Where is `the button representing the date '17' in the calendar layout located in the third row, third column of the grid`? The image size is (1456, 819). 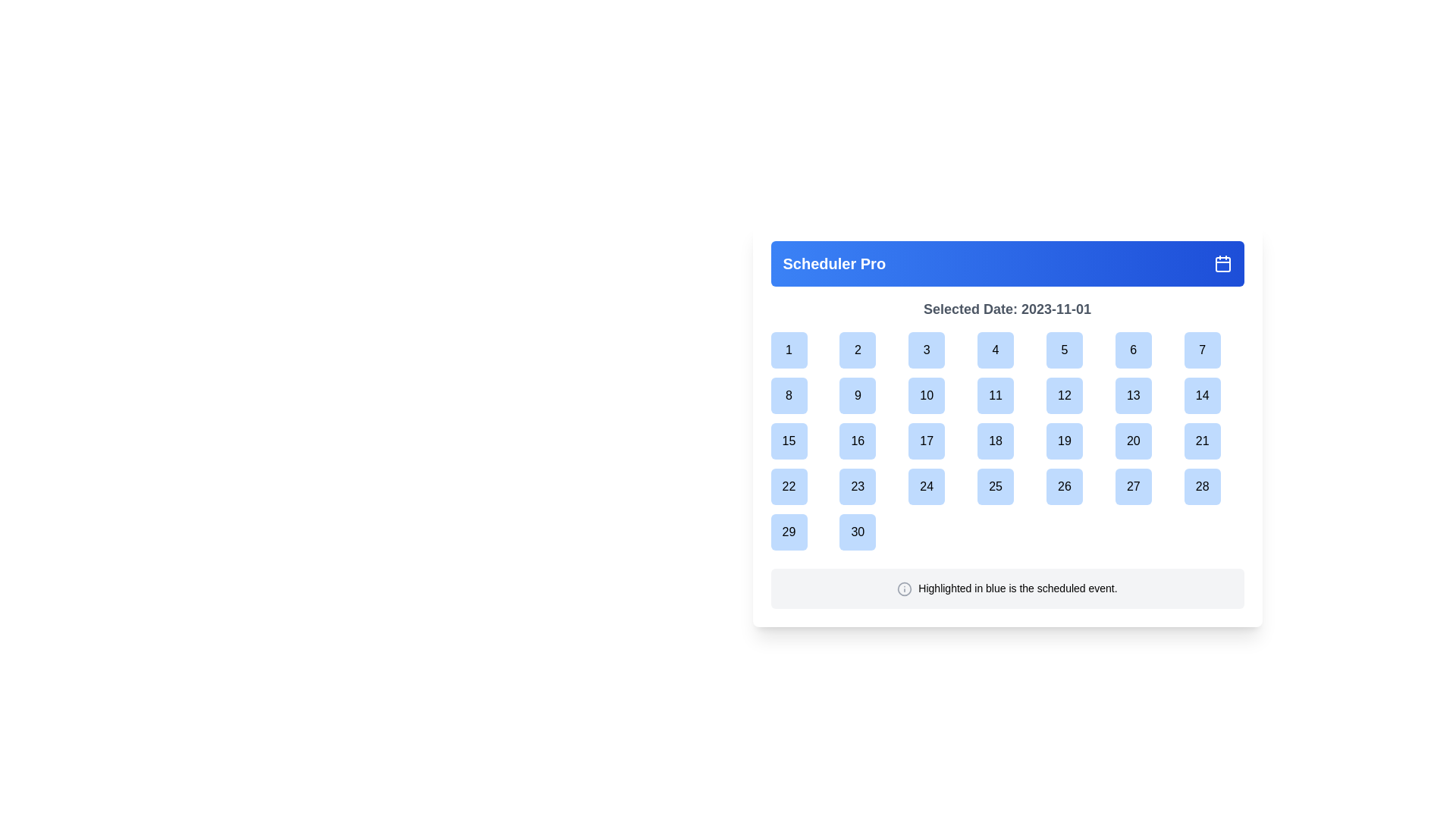
the button representing the date '17' in the calendar layout located in the third row, third column of the grid is located at coordinates (937, 441).